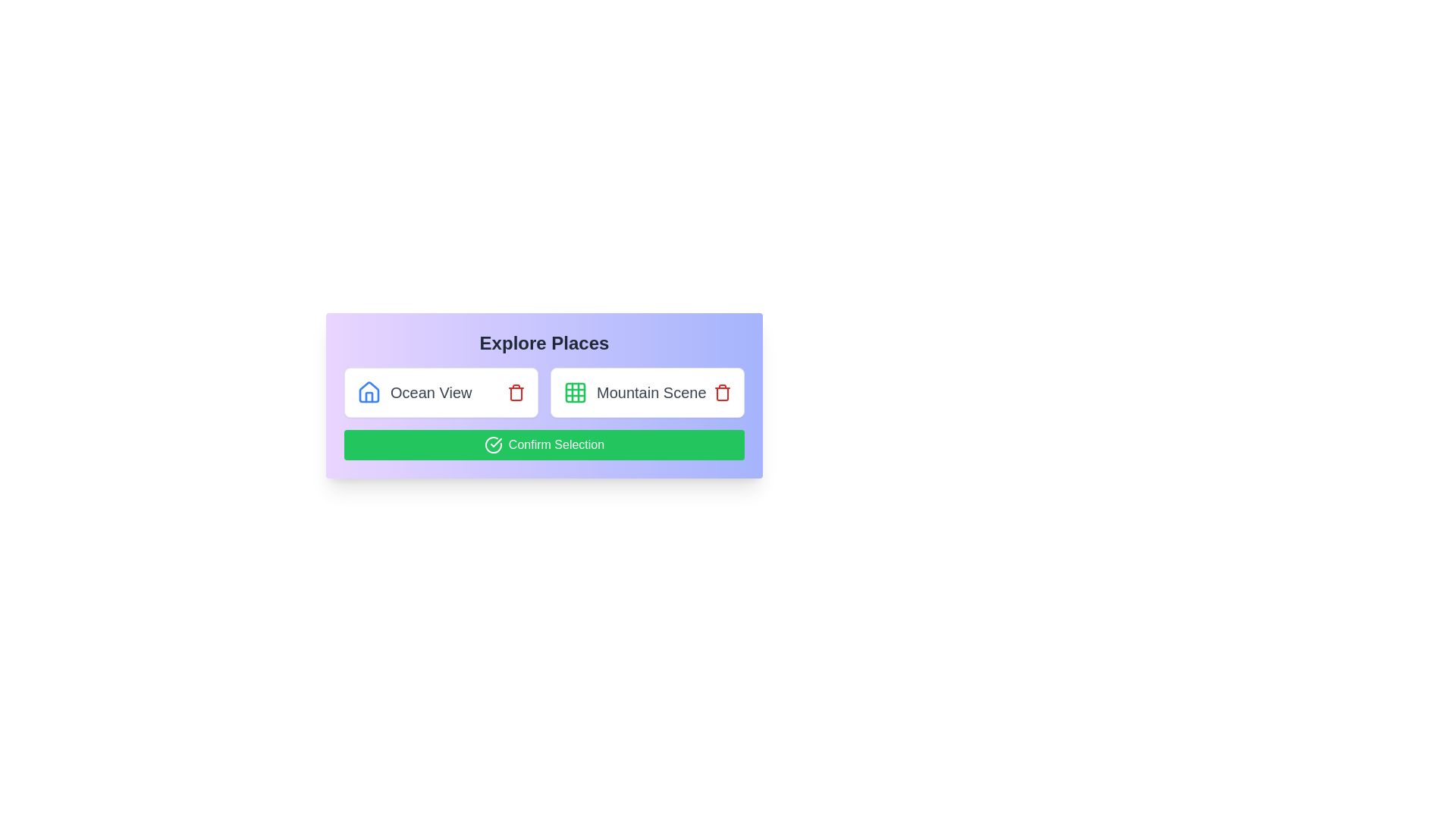 This screenshot has height=819, width=1456. I want to click on the Interactive label with an attached icon that has a house icon and the text 'Ocean View', so click(414, 391).